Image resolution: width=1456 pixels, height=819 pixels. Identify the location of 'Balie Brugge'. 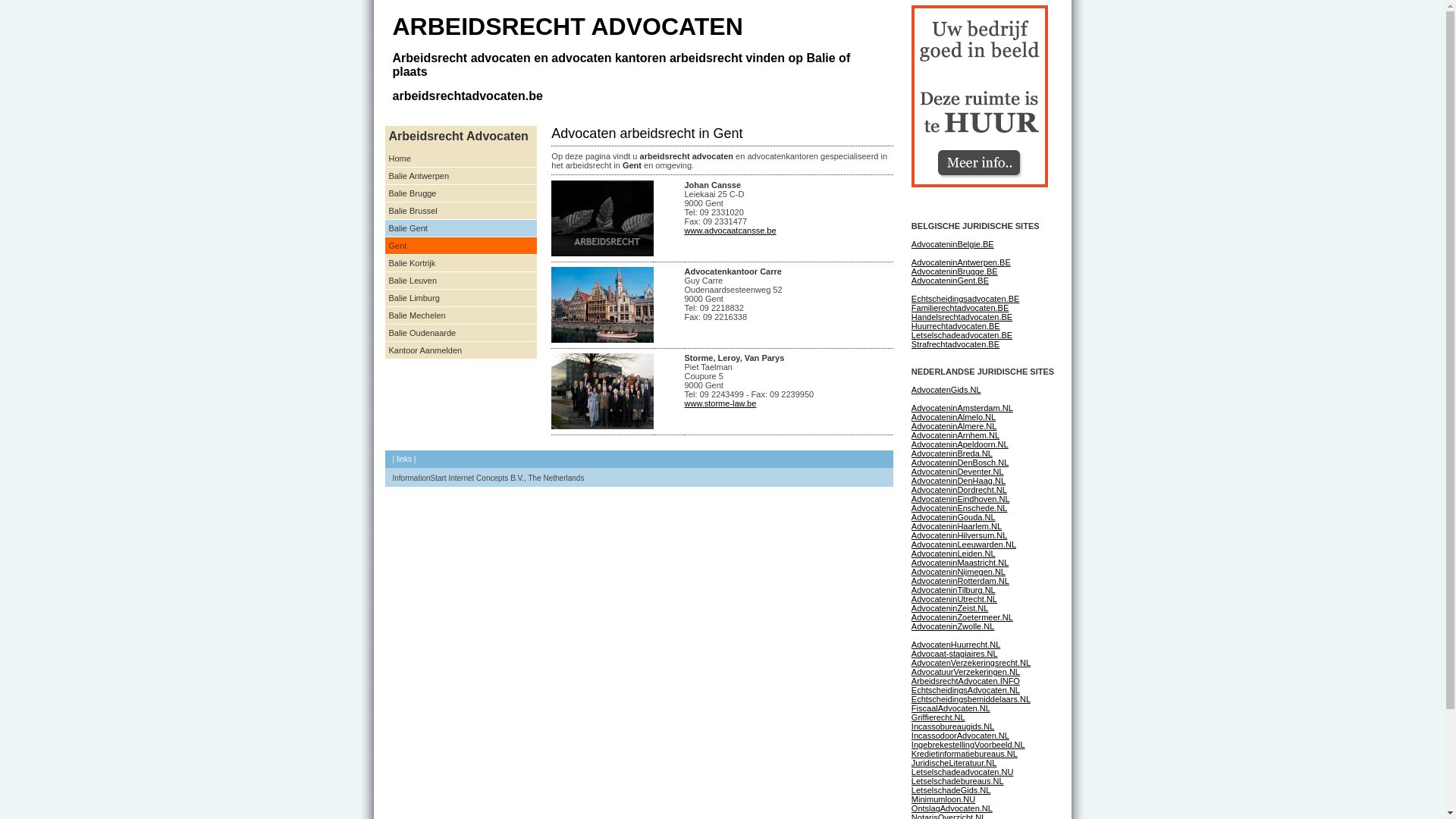
(460, 193).